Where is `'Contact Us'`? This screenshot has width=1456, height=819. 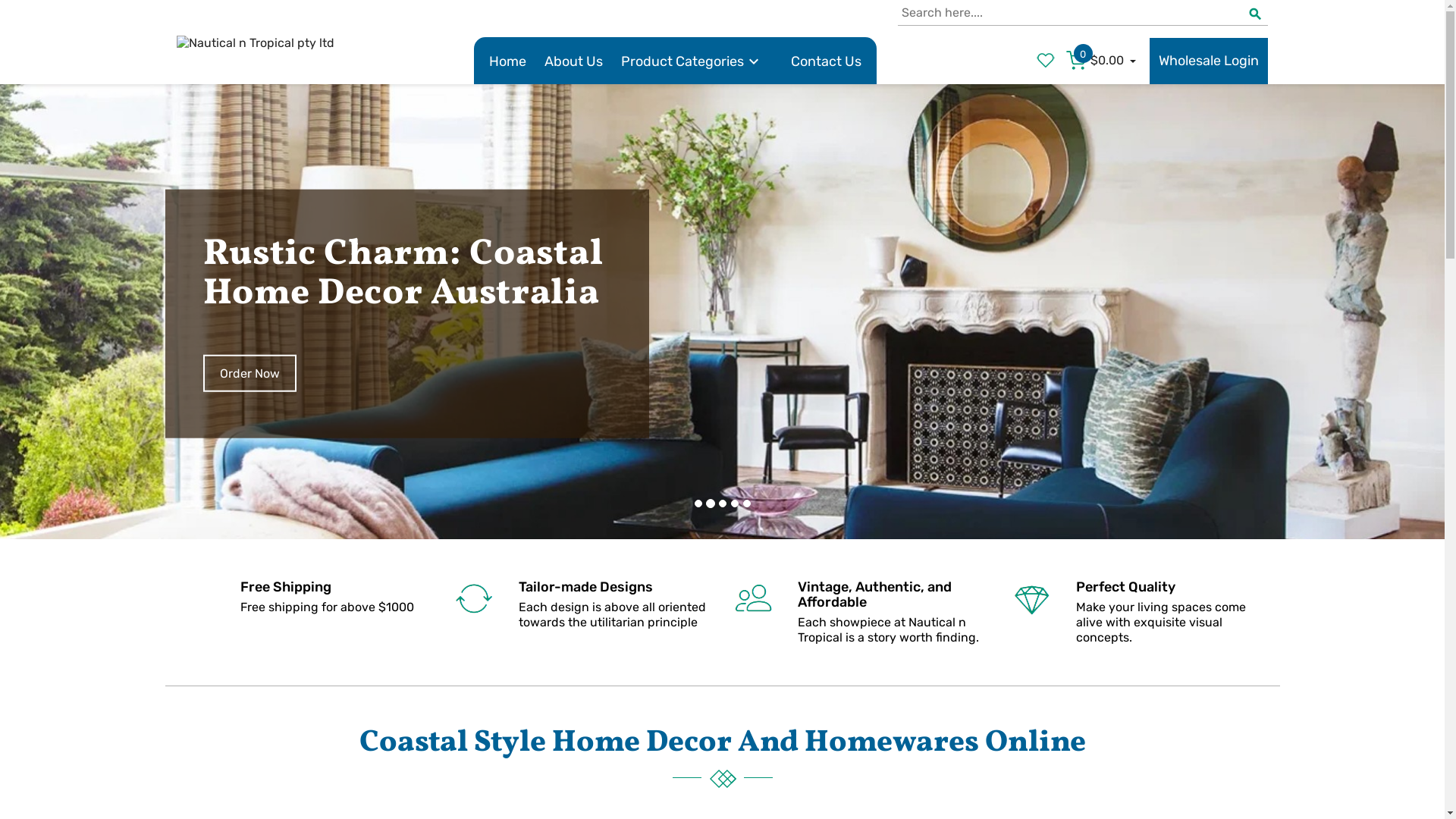
'Contact Us' is located at coordinates (789, 61).